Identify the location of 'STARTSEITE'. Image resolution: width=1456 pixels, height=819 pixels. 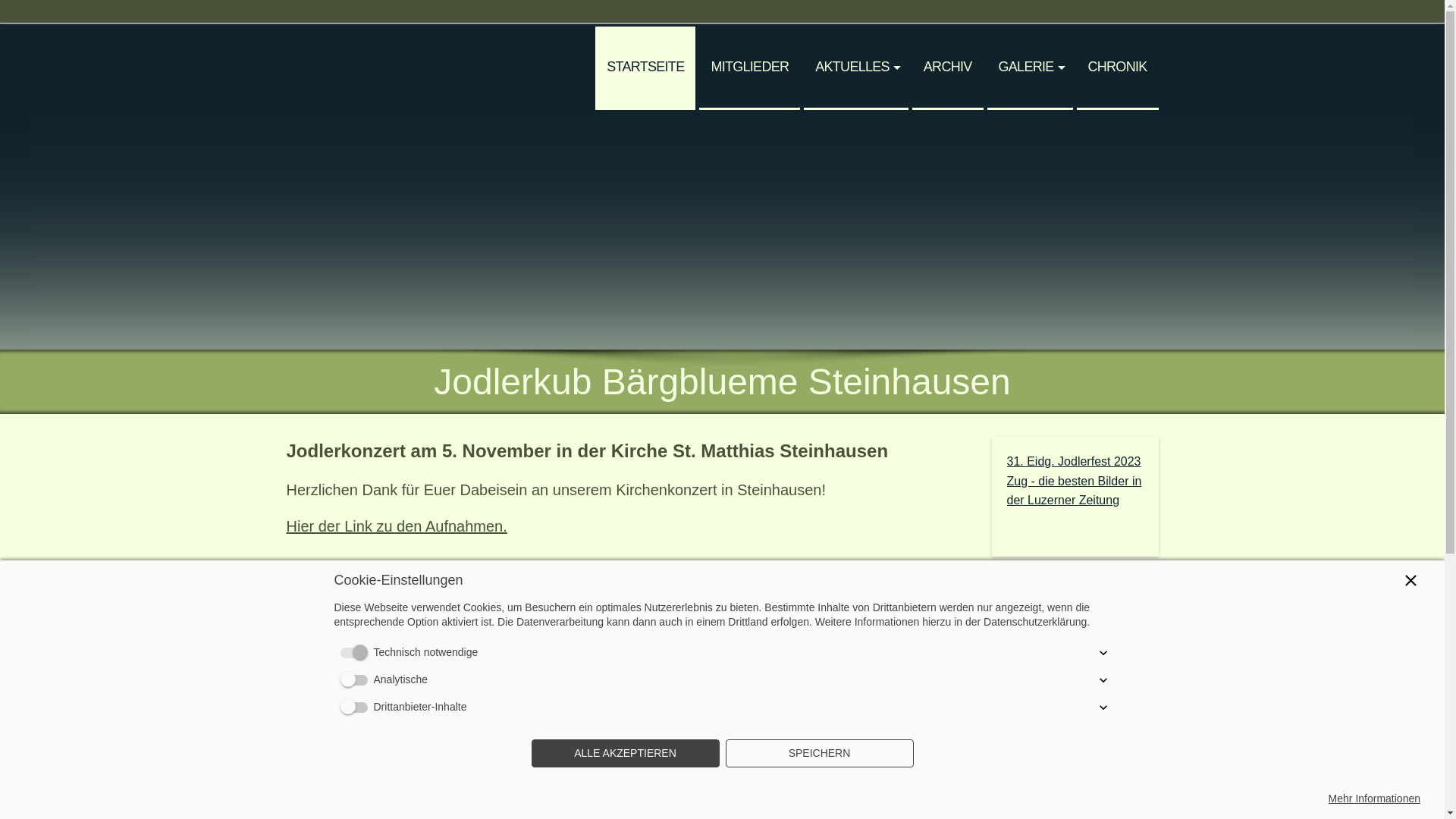
(645, 67).